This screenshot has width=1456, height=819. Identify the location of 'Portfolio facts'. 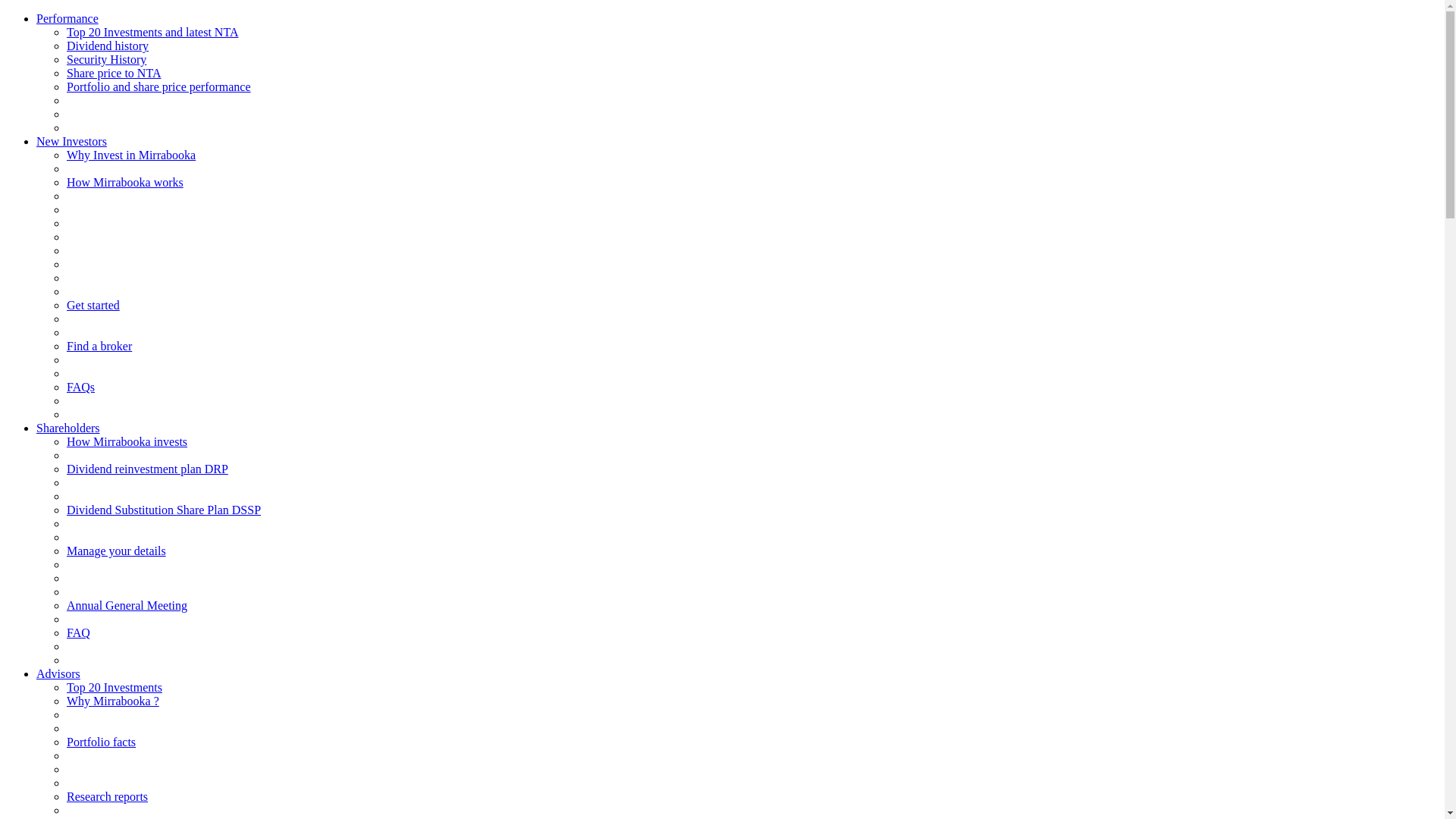
(100, 741).